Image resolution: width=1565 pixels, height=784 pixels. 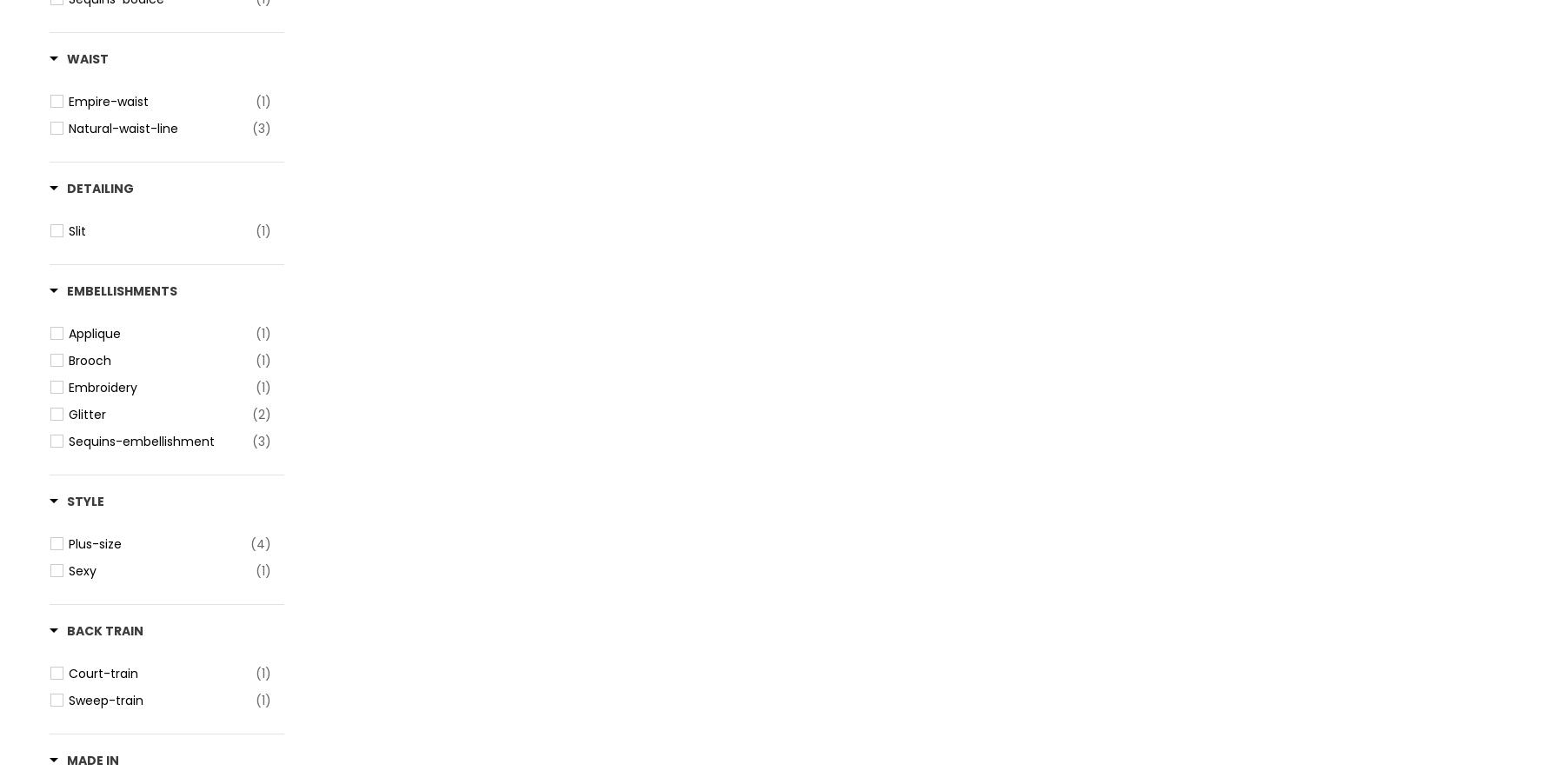 I want to click on 'Court-train', so click(x=103, y=672).